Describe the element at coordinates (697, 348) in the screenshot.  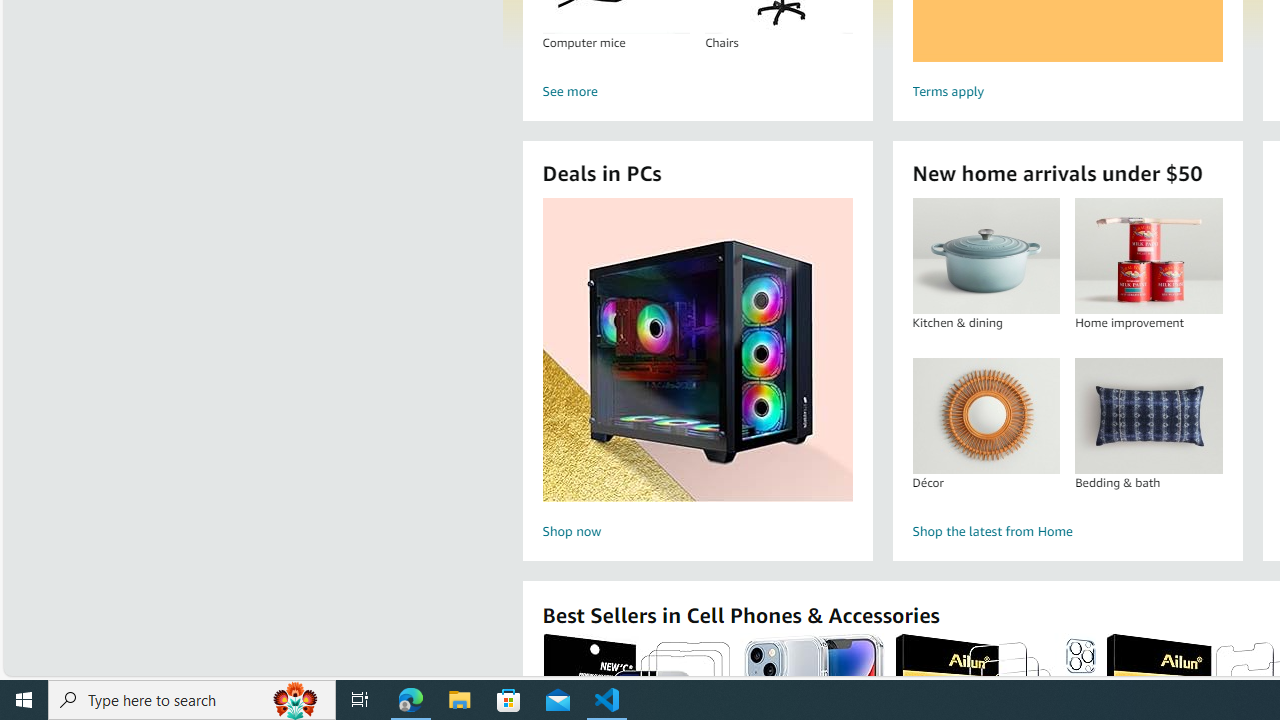
I see `'Deals in PCs'` at that location.